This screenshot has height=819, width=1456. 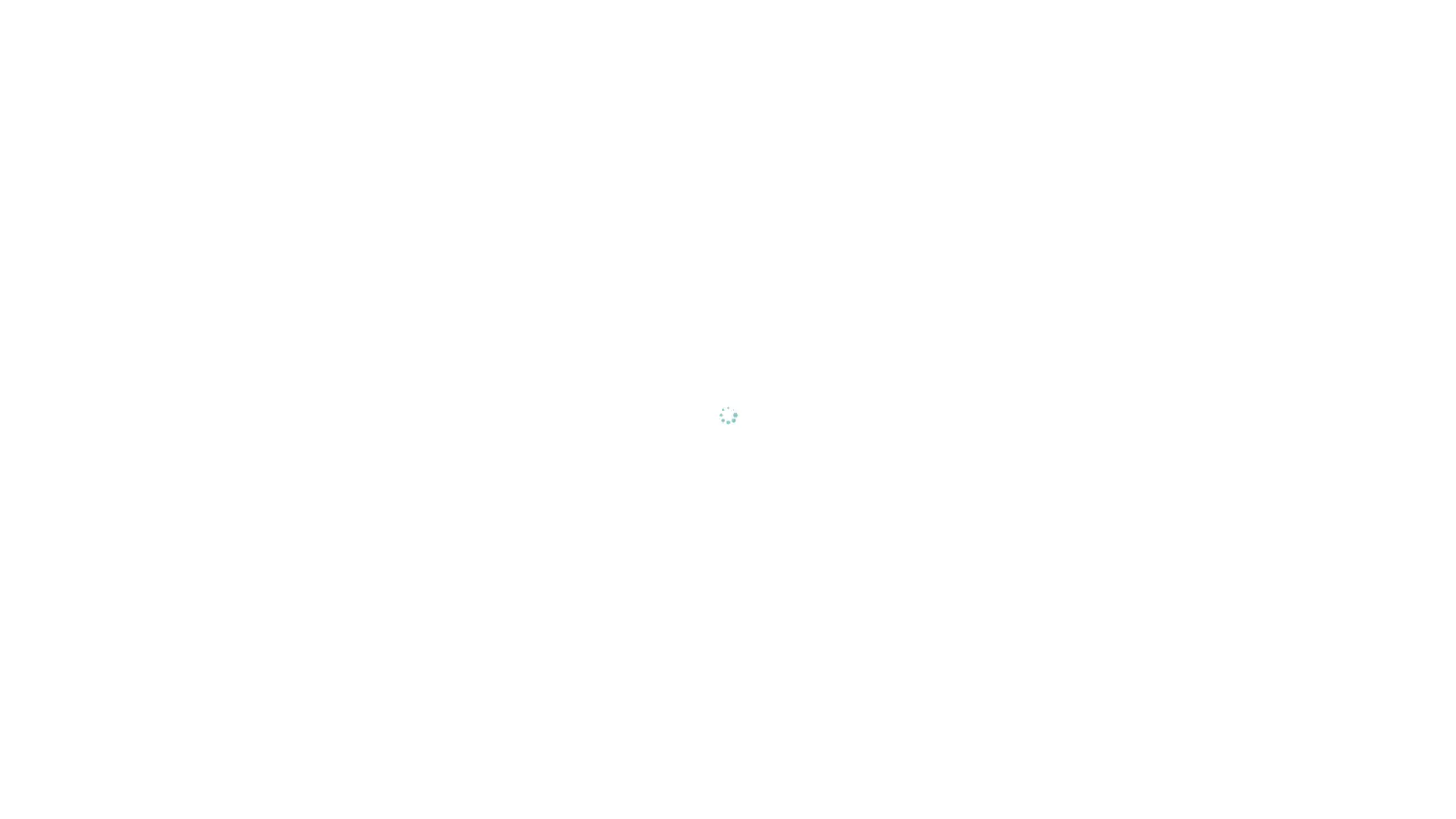 What do you see at coordinates (560, 171) in the screenshot?
I see `Cookies Settings` at bounding box center [560, 171].